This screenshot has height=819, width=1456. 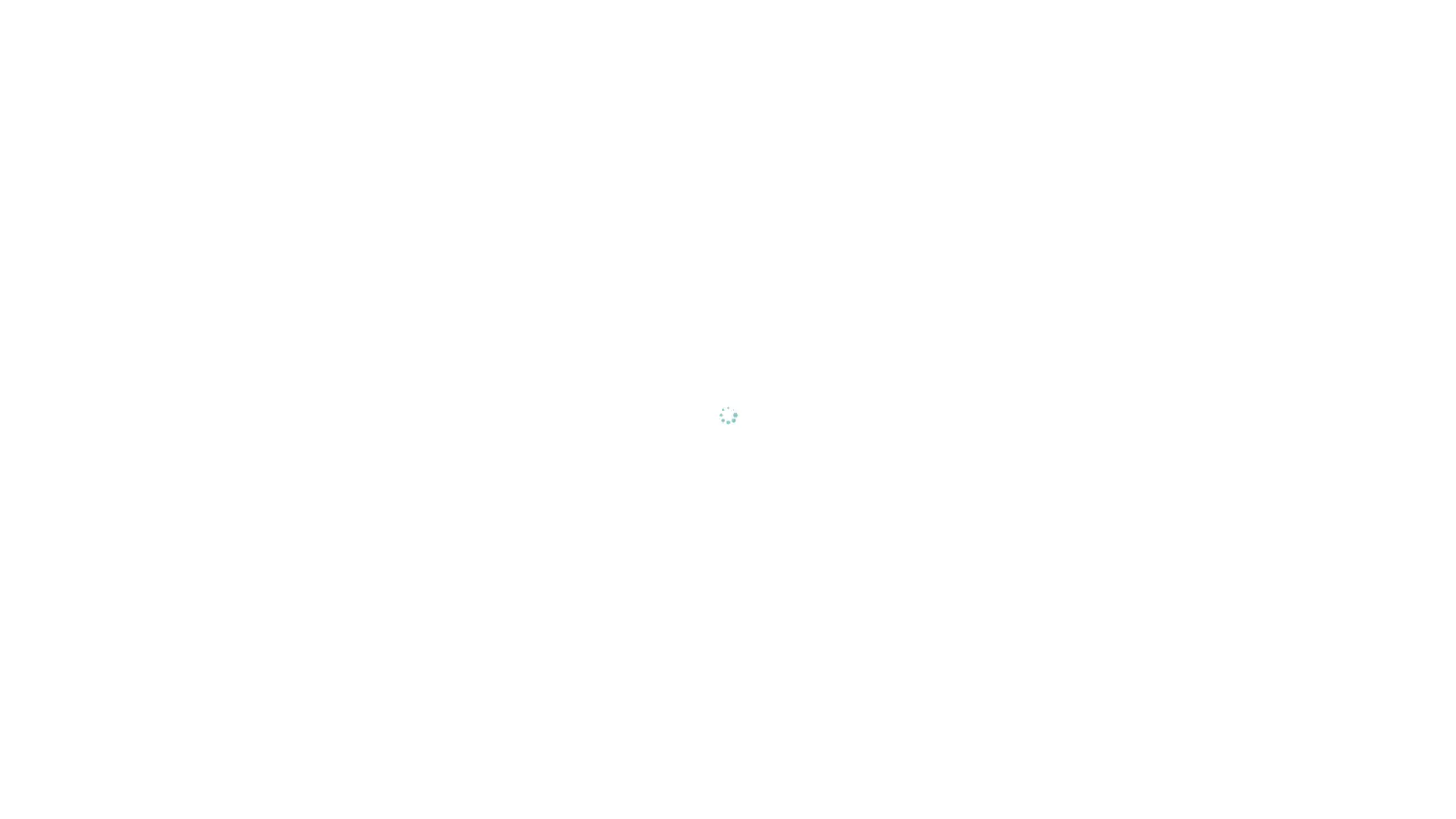 What do you see at coordinates (560, 171) in the screenshot?
I see `Cookies Settings` at bounding box center [560, 171].